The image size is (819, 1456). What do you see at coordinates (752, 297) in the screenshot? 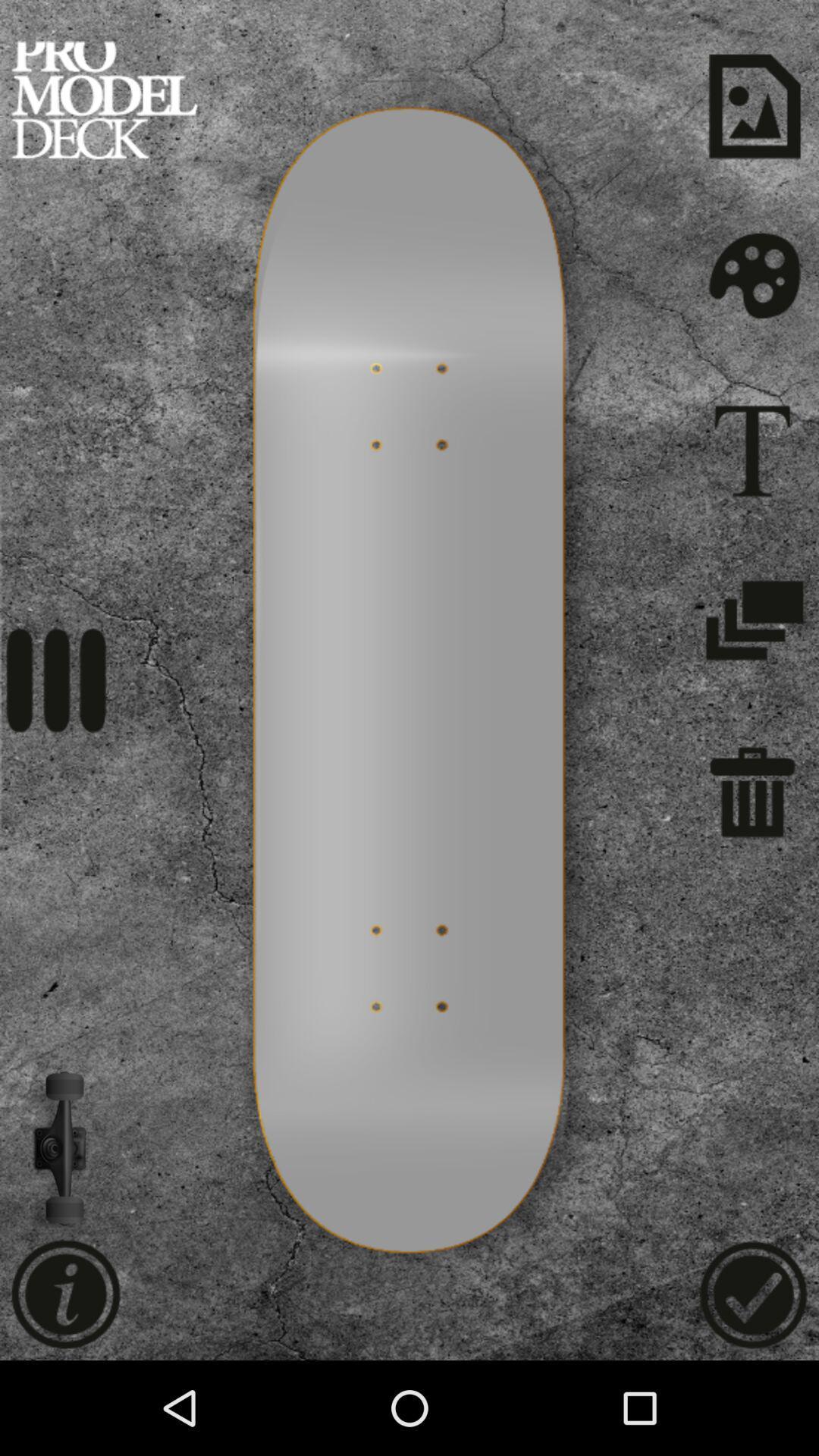
I see `the settings icon` at bounding box center [752, 297].